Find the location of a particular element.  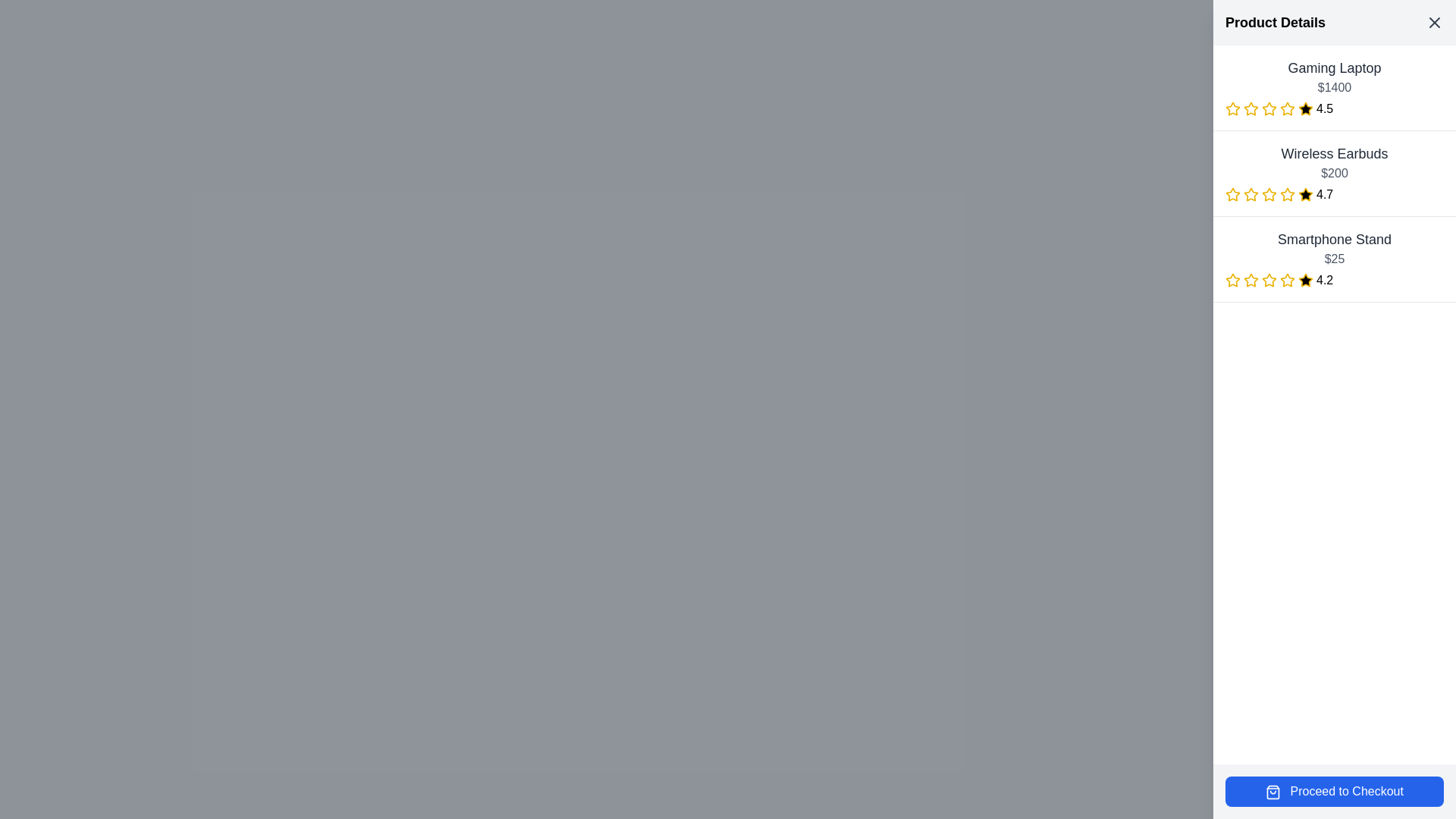

the price label displaying the cost of the 'Smartphone Stand', which is centrally aligned under the title in the item details section is located at coordinates (1335, 259).